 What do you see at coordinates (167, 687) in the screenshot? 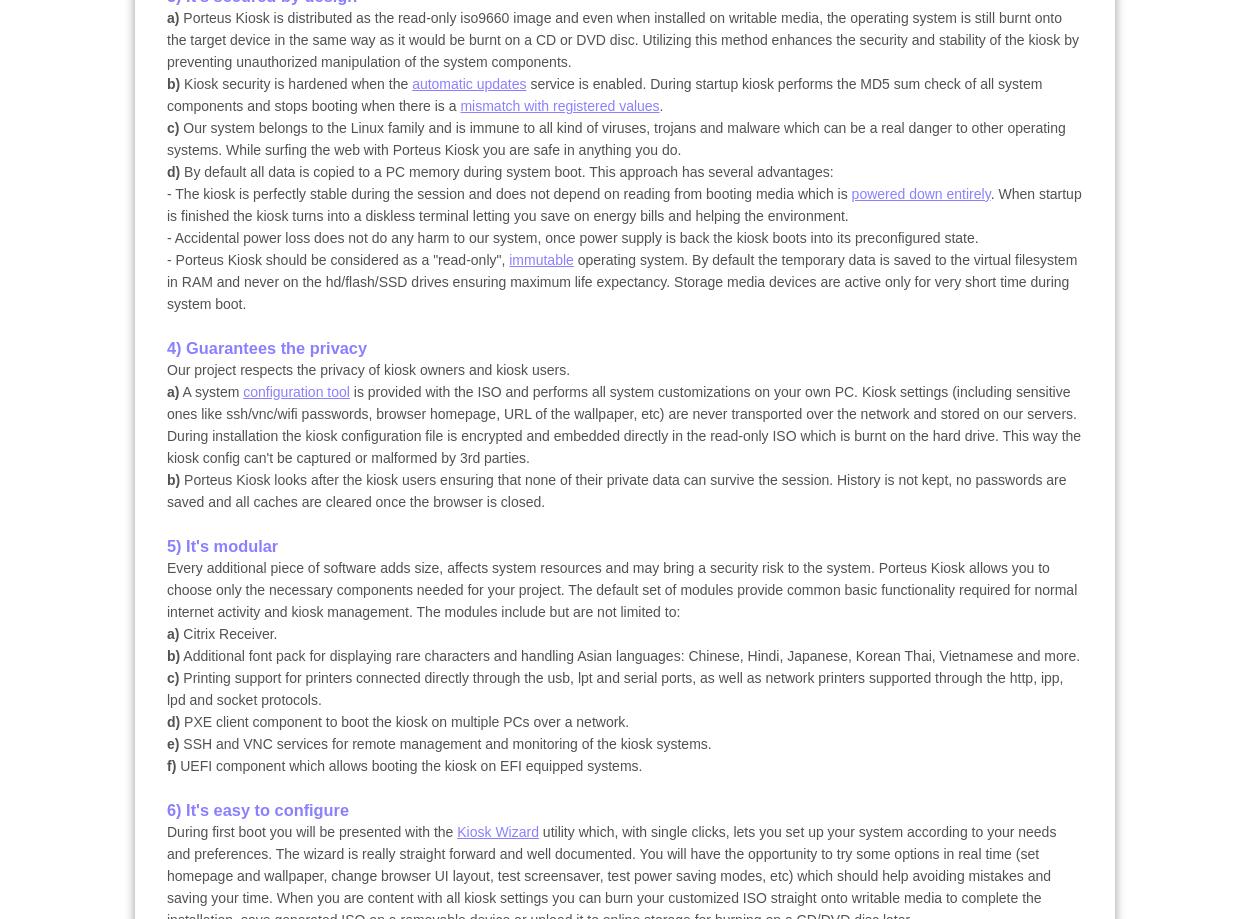
I see `'Printing support for printers connected directly through the usb, lpt and serial ports, as well as network printers supported through the http, ipp, lpd and socket protocols.'` at bounding box center [167, 687].